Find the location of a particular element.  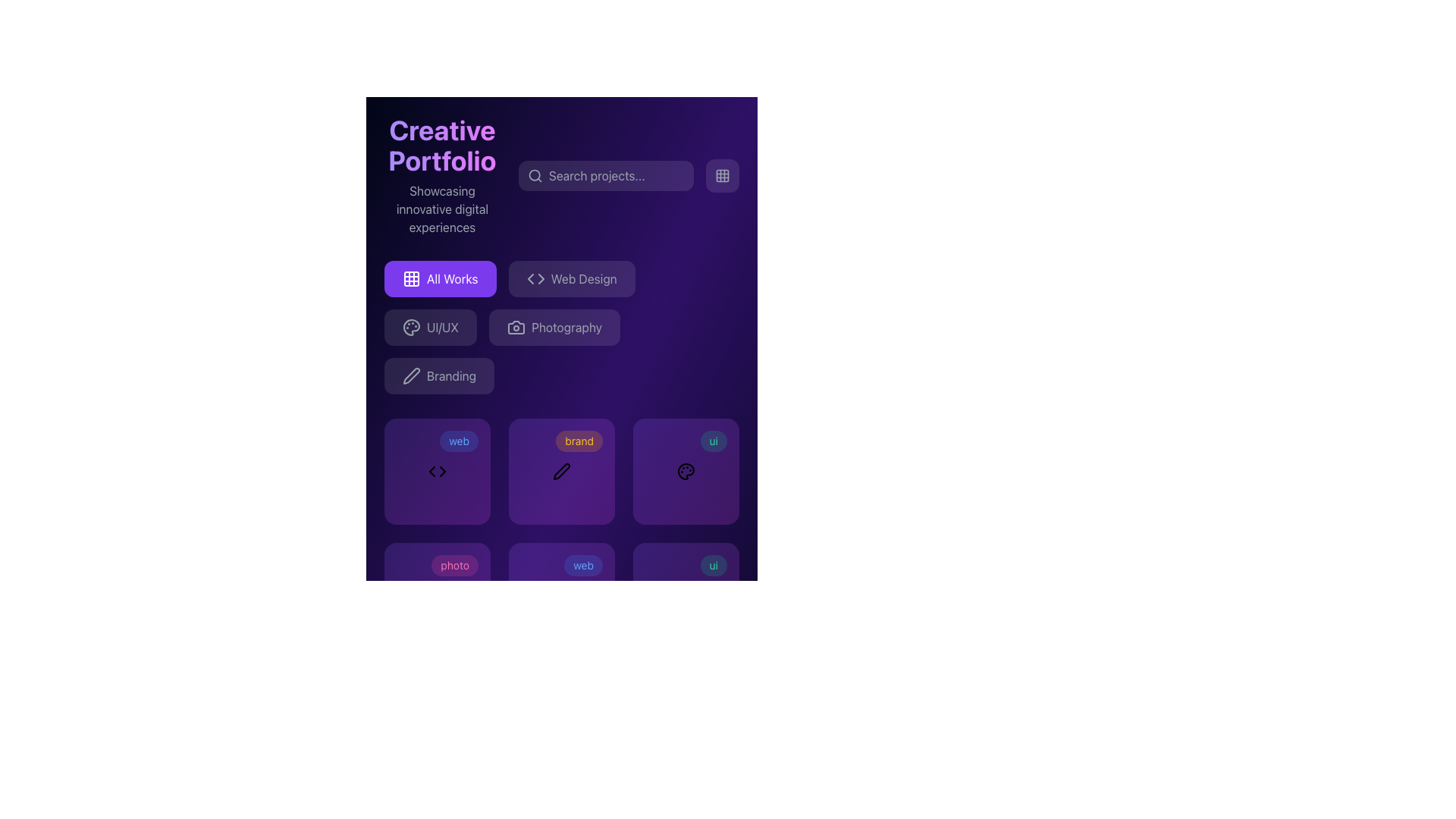

the main body shape of the palette icon located at the bottom right of the third grid item in the interface is located at coordinates (411, 327).